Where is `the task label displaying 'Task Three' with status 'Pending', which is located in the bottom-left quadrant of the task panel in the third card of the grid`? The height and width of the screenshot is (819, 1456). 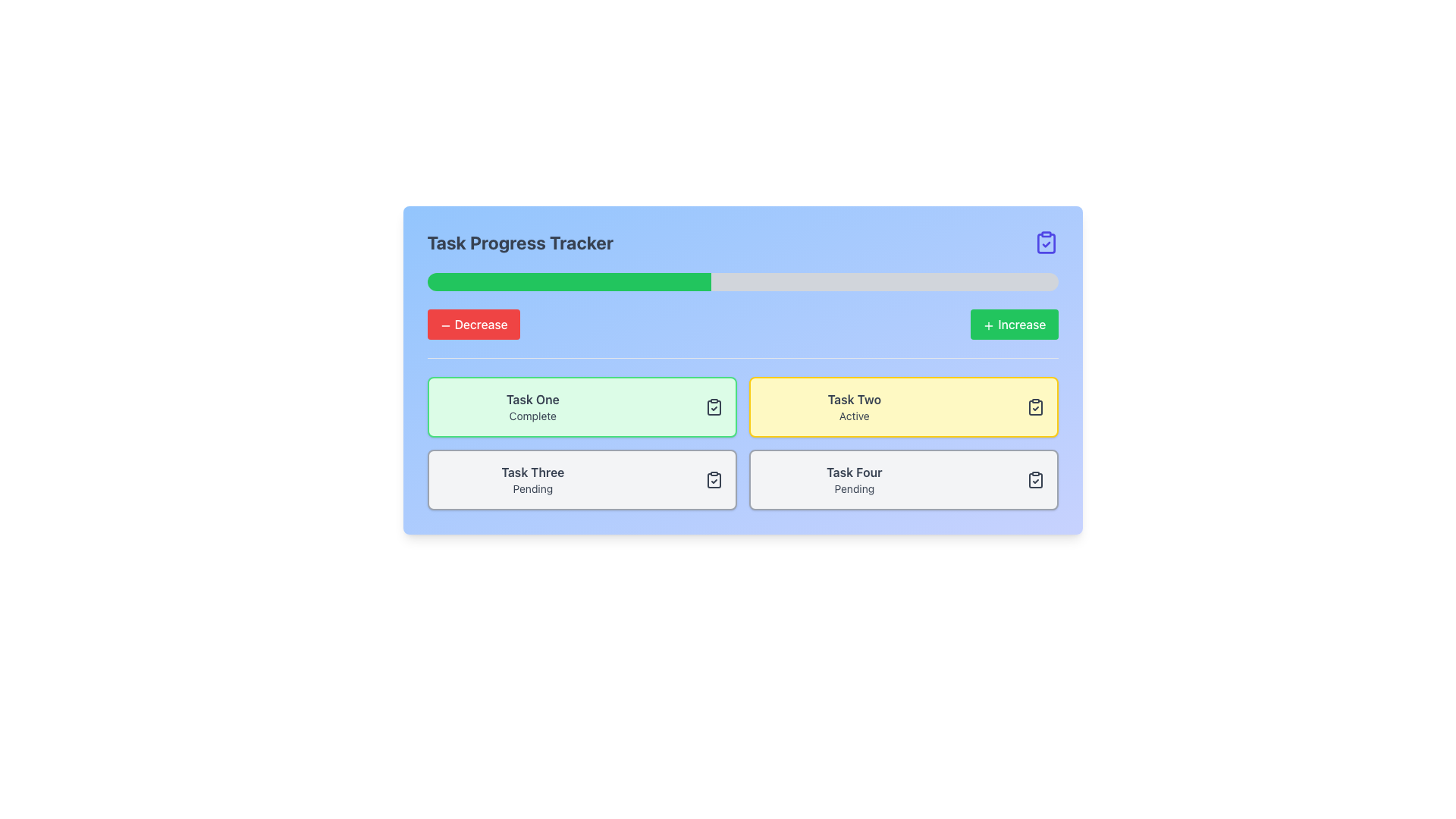
the task label displaying 'Task Three' with status 'Pending', which is located in the bottom-left quadrant of the task panel in the third card of the grid is located at coordinates (532, 479).